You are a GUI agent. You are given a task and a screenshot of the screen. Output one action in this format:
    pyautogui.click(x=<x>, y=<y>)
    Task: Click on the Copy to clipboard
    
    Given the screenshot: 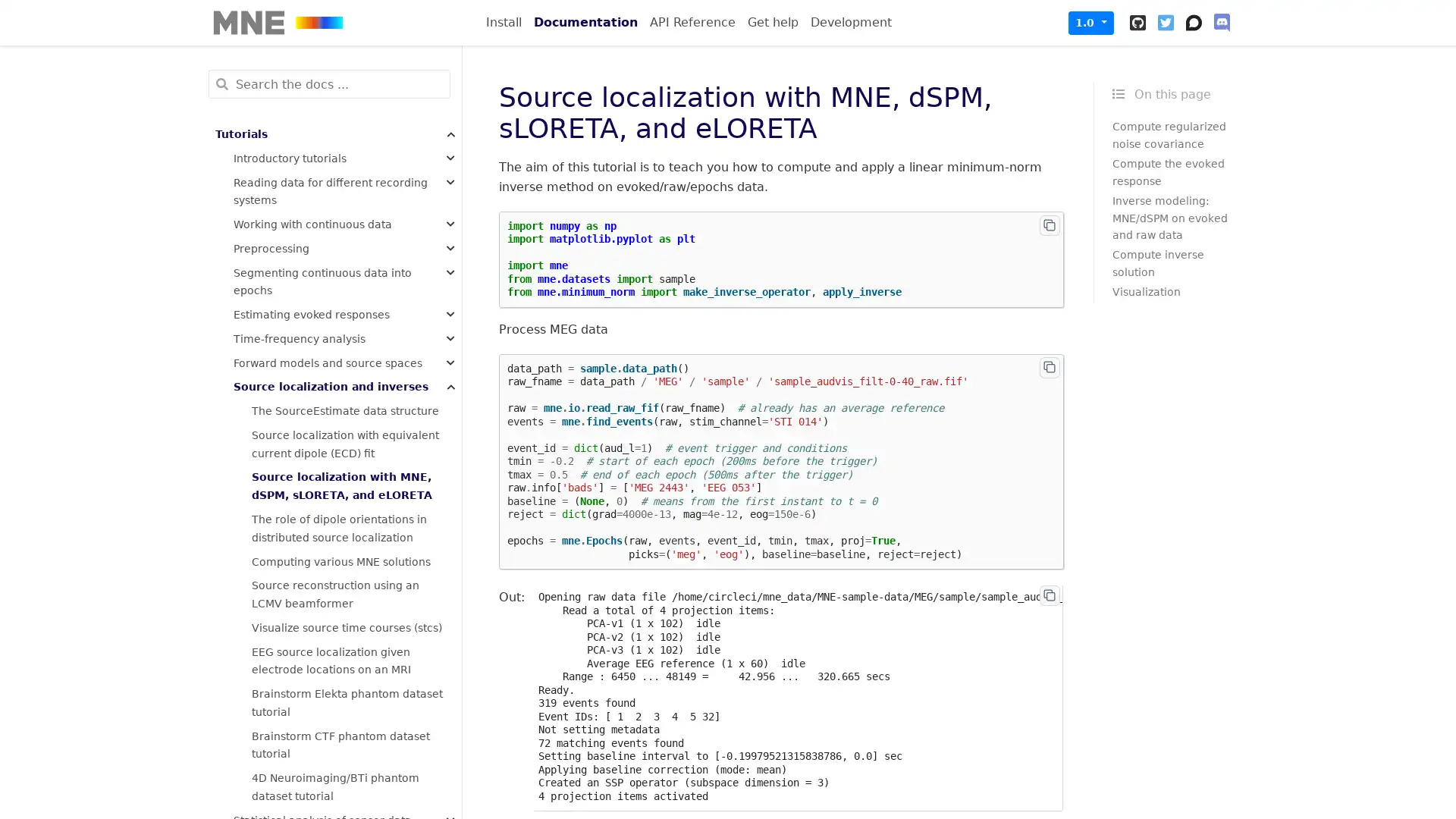 What is the action you would take?
    pyautogui.click(x=1048, y=595)
    